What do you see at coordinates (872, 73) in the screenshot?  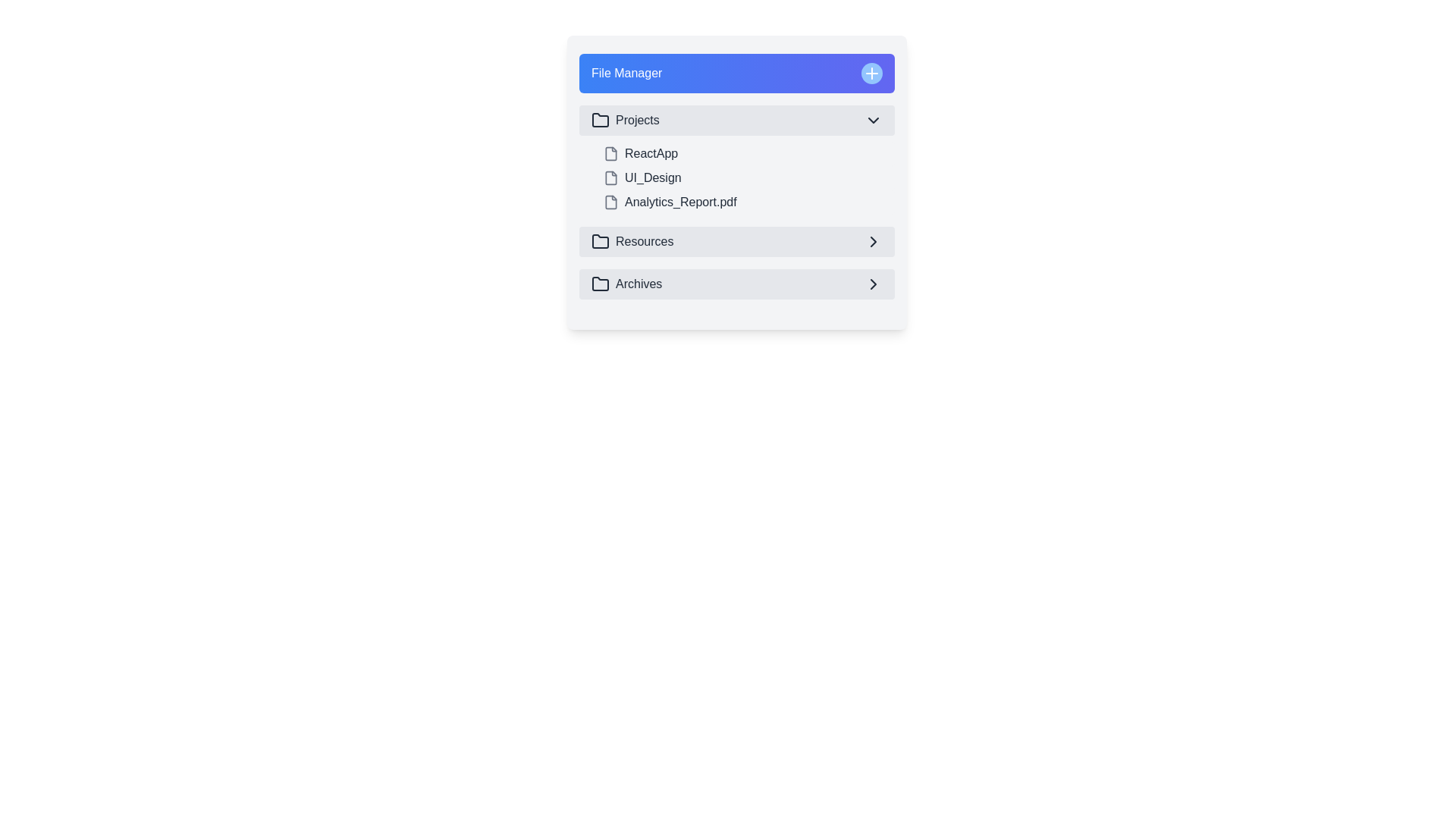 I see `the circular button with a blue background and '+' icon located at the top-right corner of the 'File Manager' header bar` at bounding box center [872, 73].